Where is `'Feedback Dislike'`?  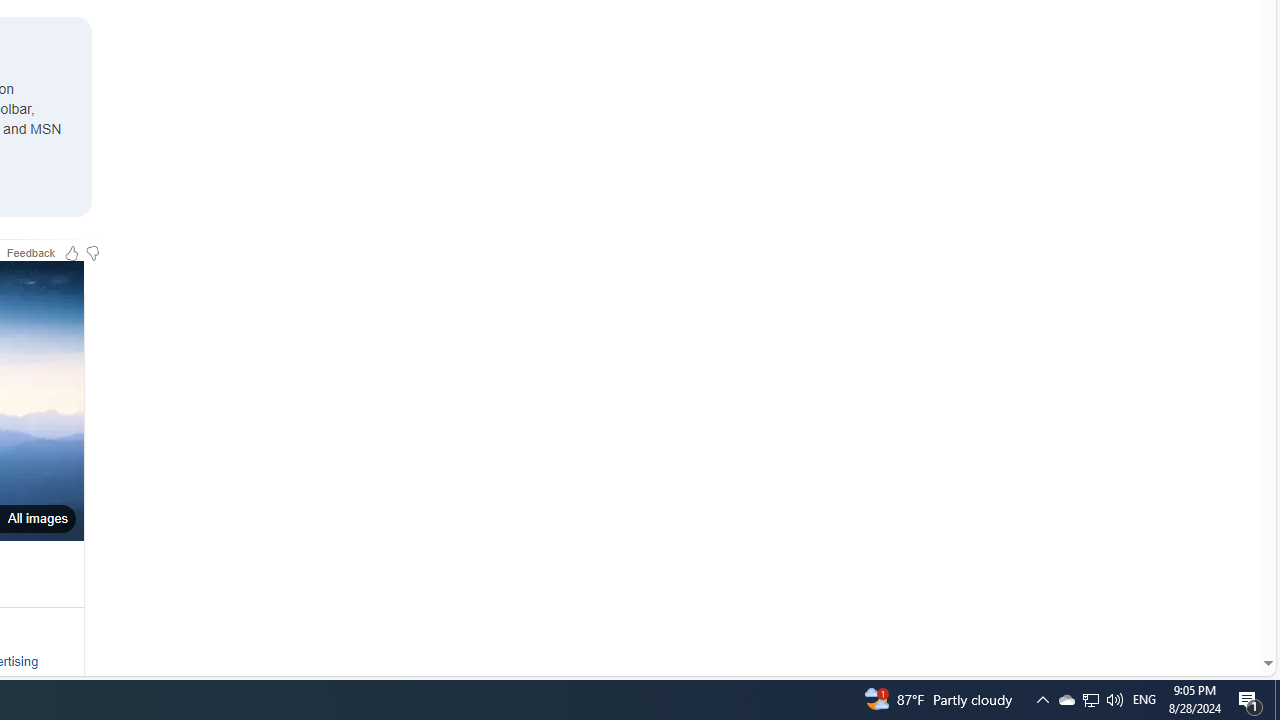
'Feedback Dislike' is located at coordinates (91, 251).